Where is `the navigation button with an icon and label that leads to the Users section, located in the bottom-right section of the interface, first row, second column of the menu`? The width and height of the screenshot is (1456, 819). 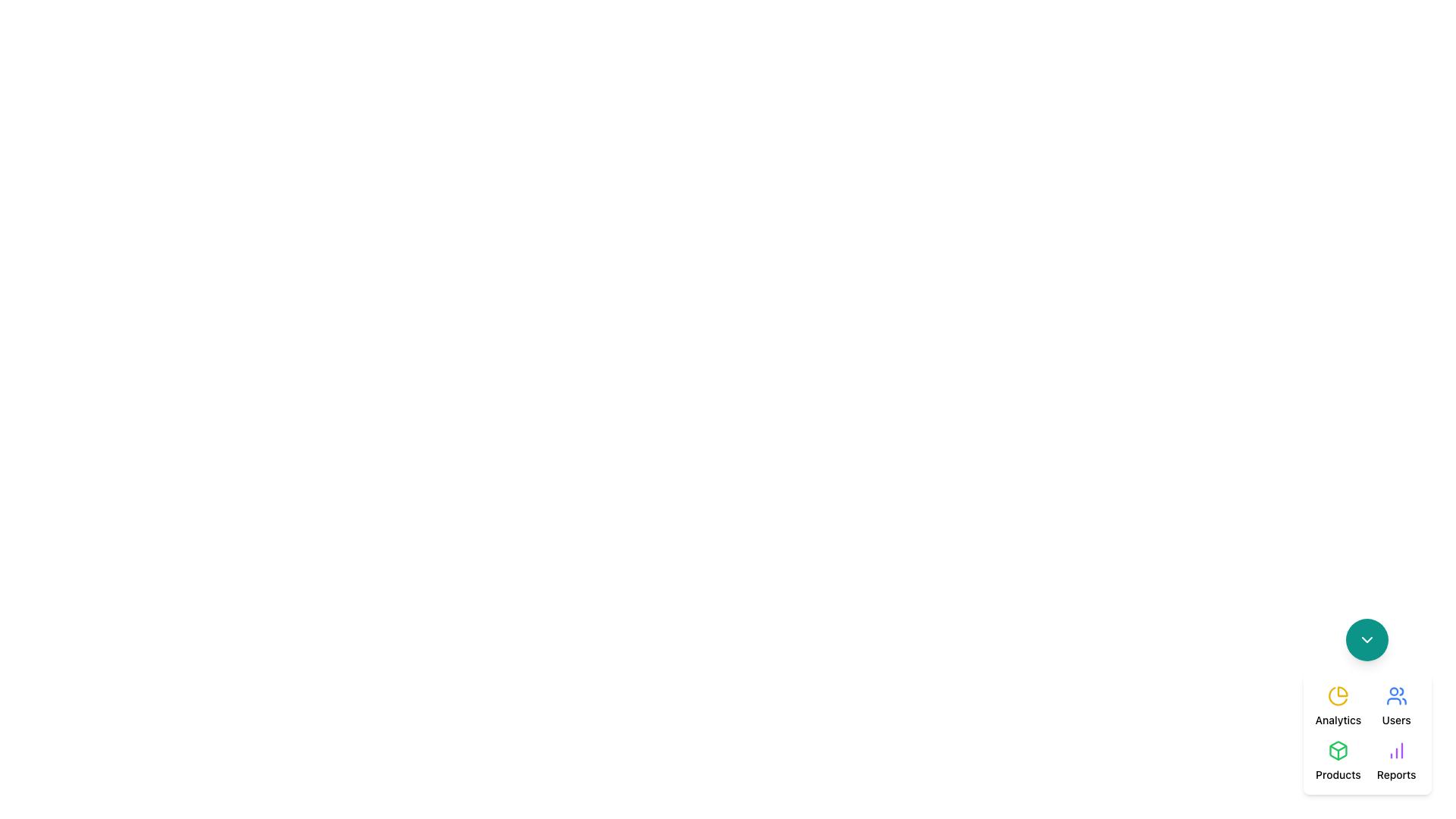 the navigation button with an icon and label that leads to the Users section, located in the bottom-right section of the interface, first row, second column of the menu is located at coordinates (1395, 707).